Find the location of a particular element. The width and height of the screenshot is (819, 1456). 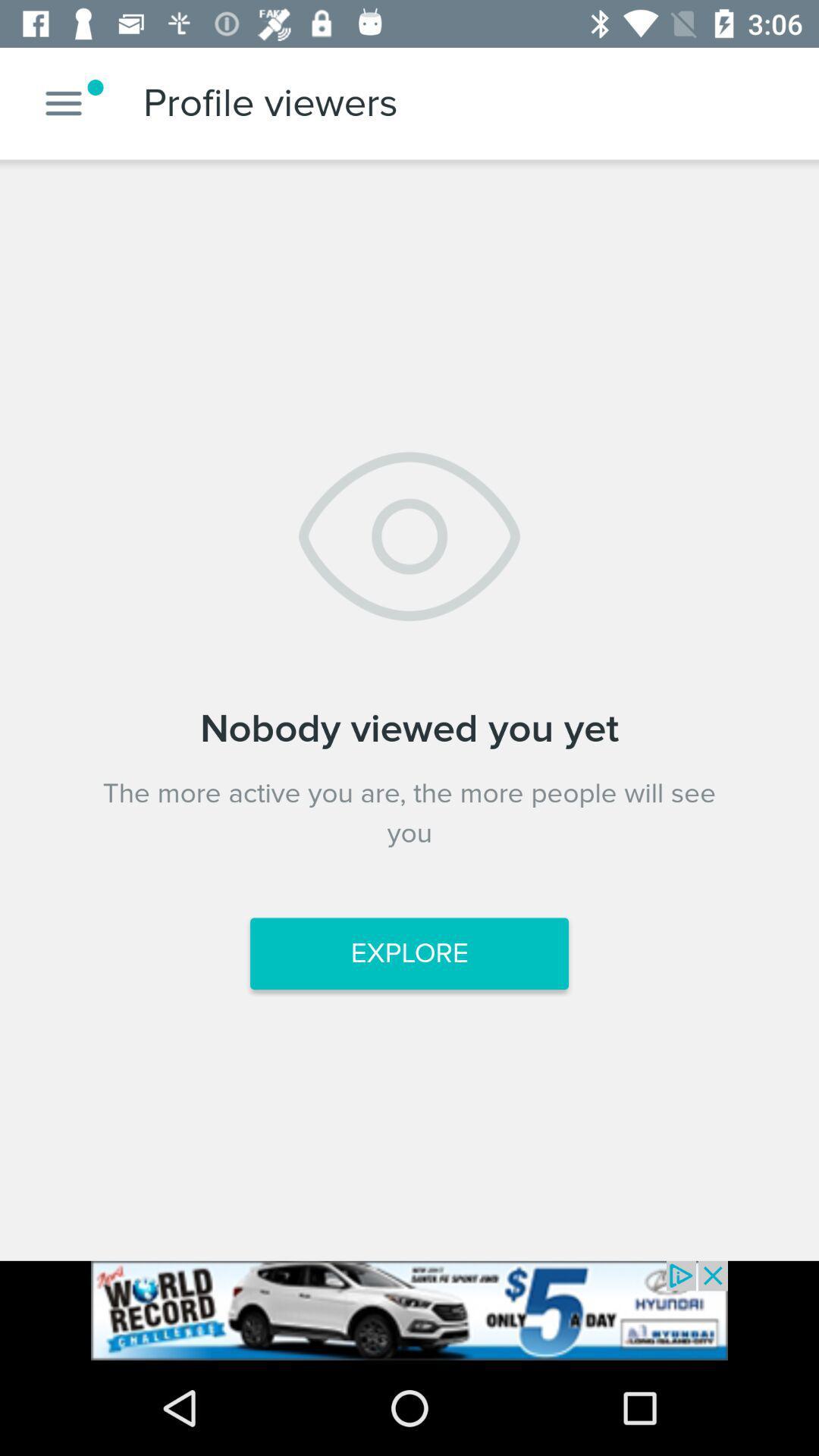

advertisement page is located at coordinates (409, 1310).